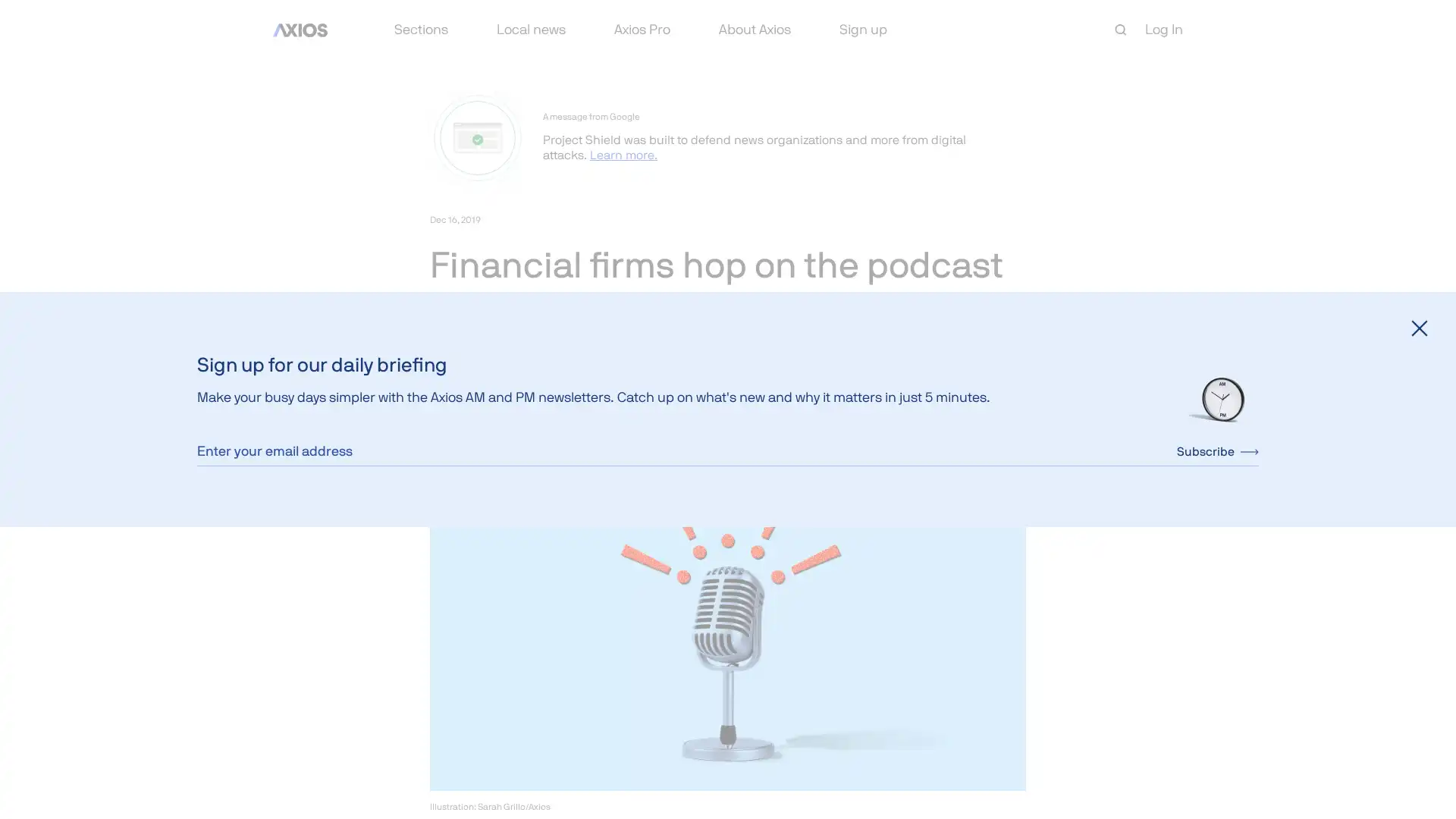  Describe the element at coordinates (1163, 29) in the screenshot. I see `Log In` at that location.